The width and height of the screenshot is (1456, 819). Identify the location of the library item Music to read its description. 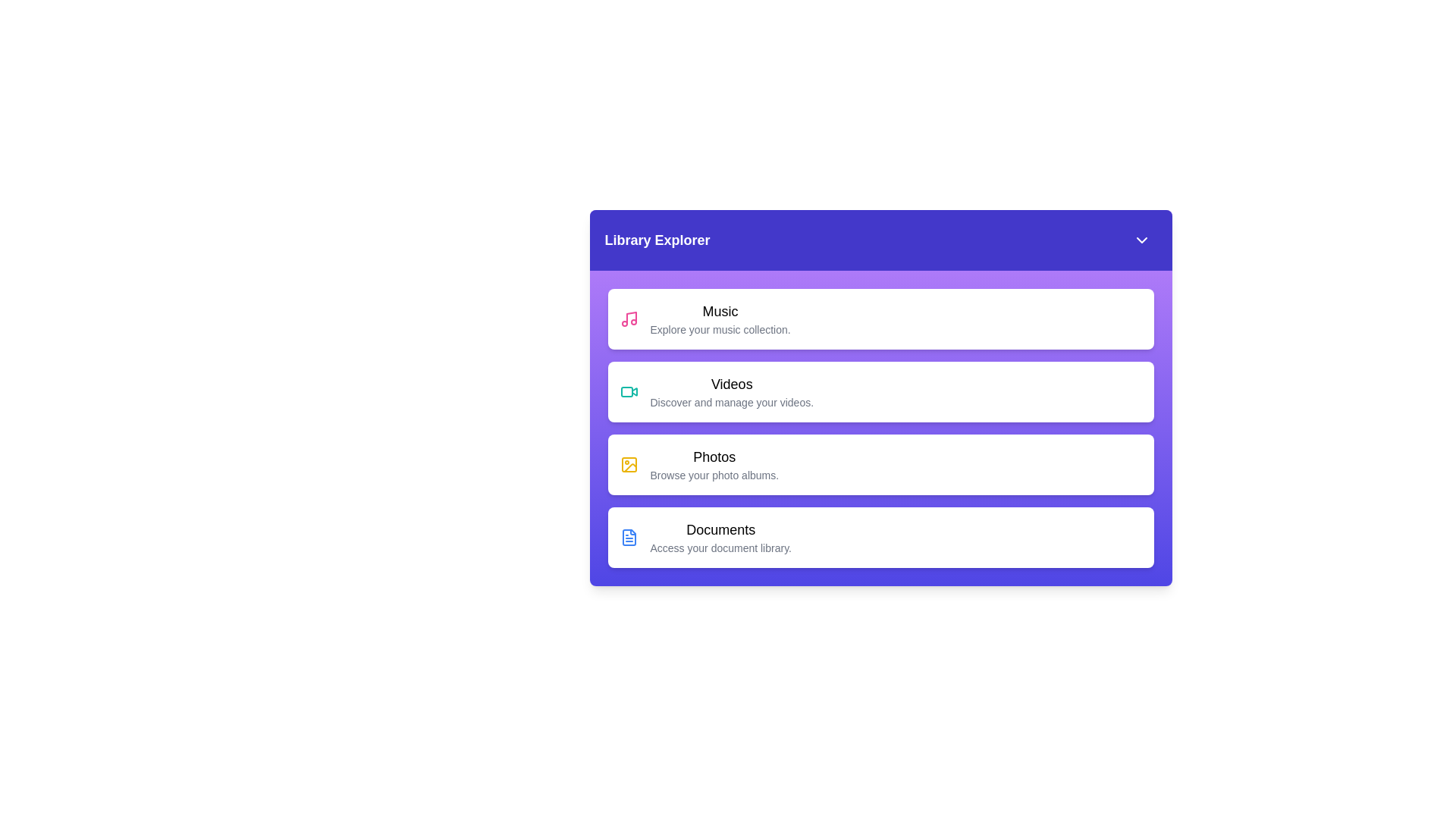
(880, 318).